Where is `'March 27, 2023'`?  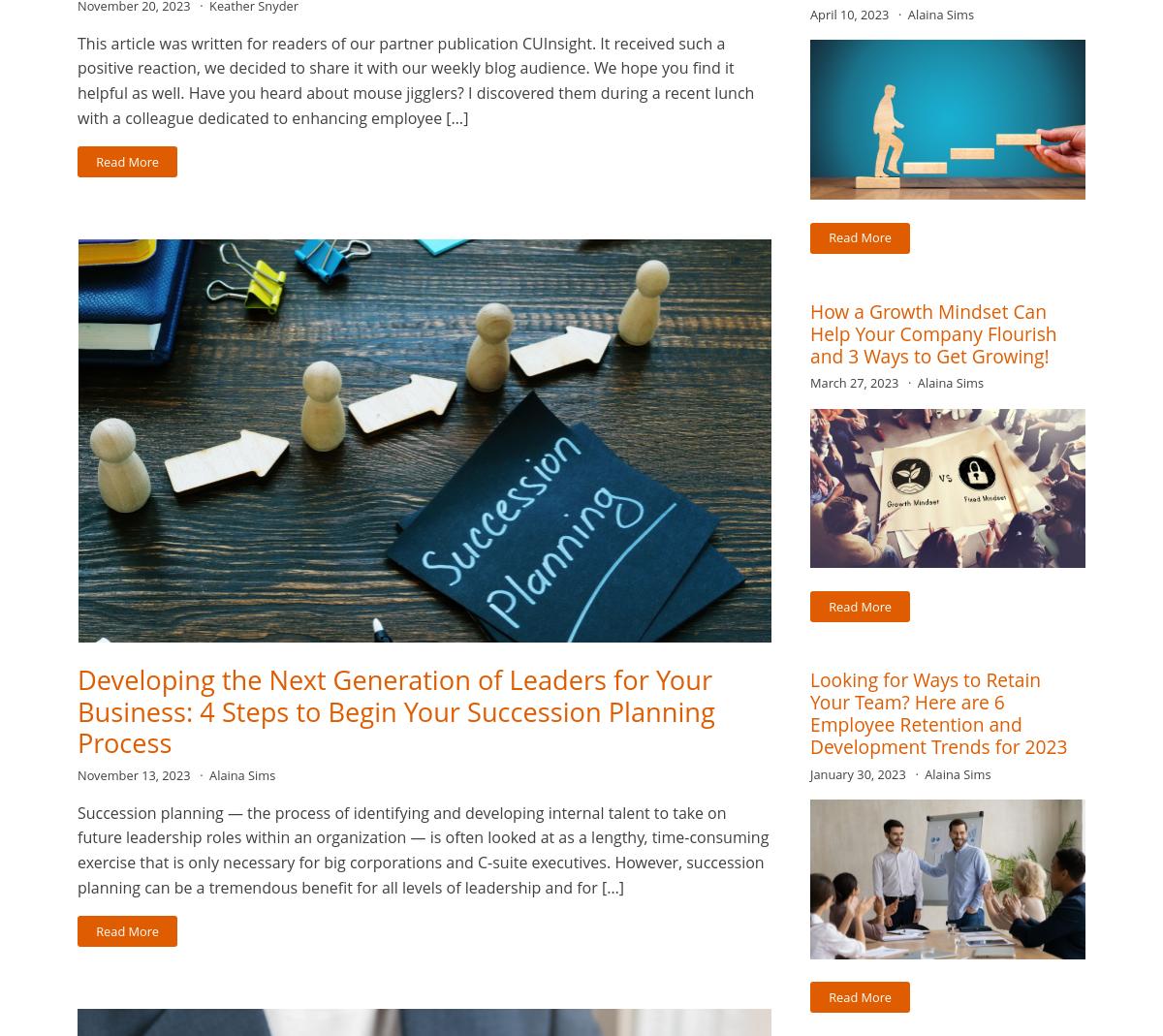 'March 27, 2023' is located at coordinates (854, 382).